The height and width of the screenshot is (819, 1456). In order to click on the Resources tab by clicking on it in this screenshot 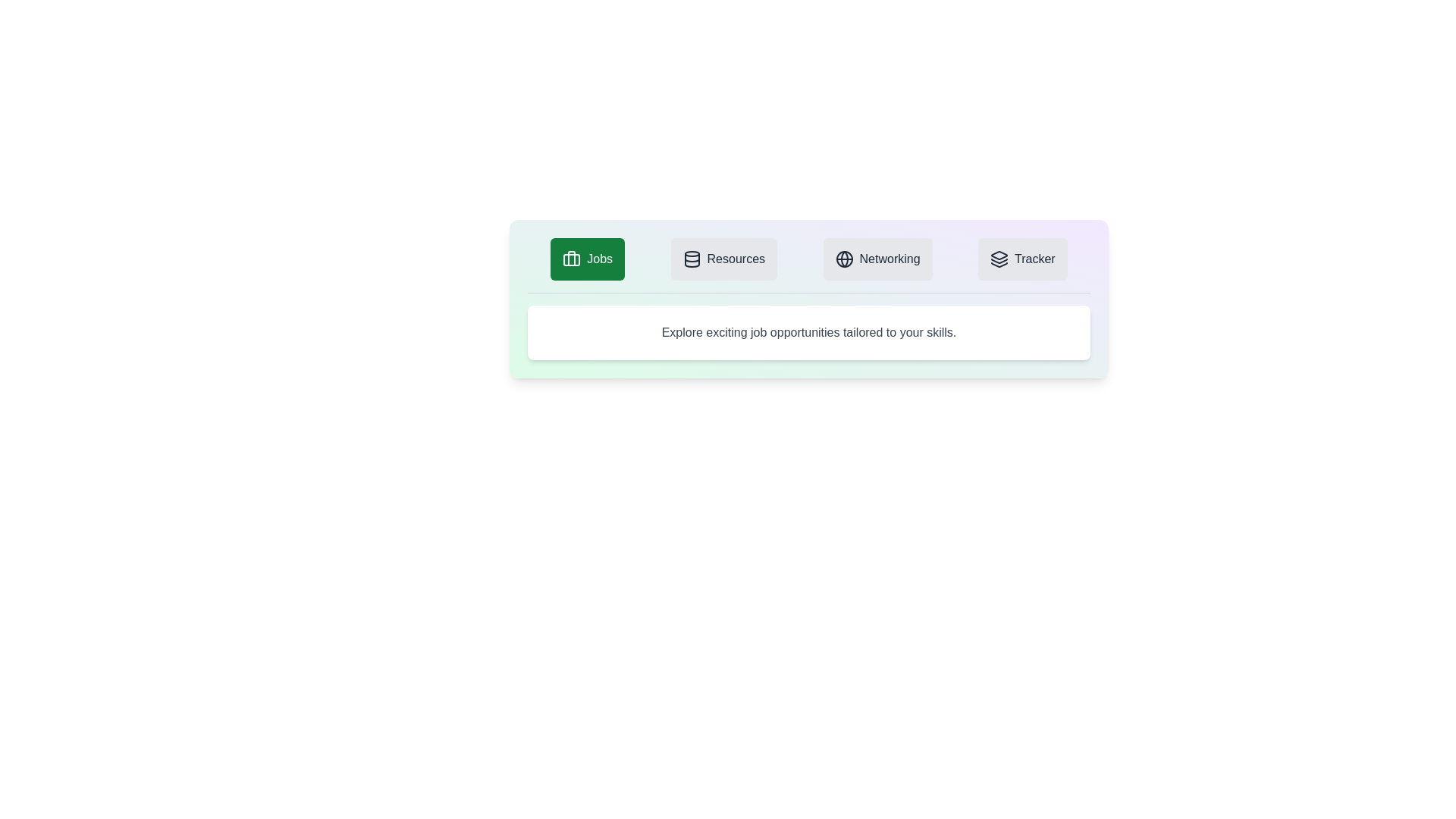, I will do `click(723, 259)`.